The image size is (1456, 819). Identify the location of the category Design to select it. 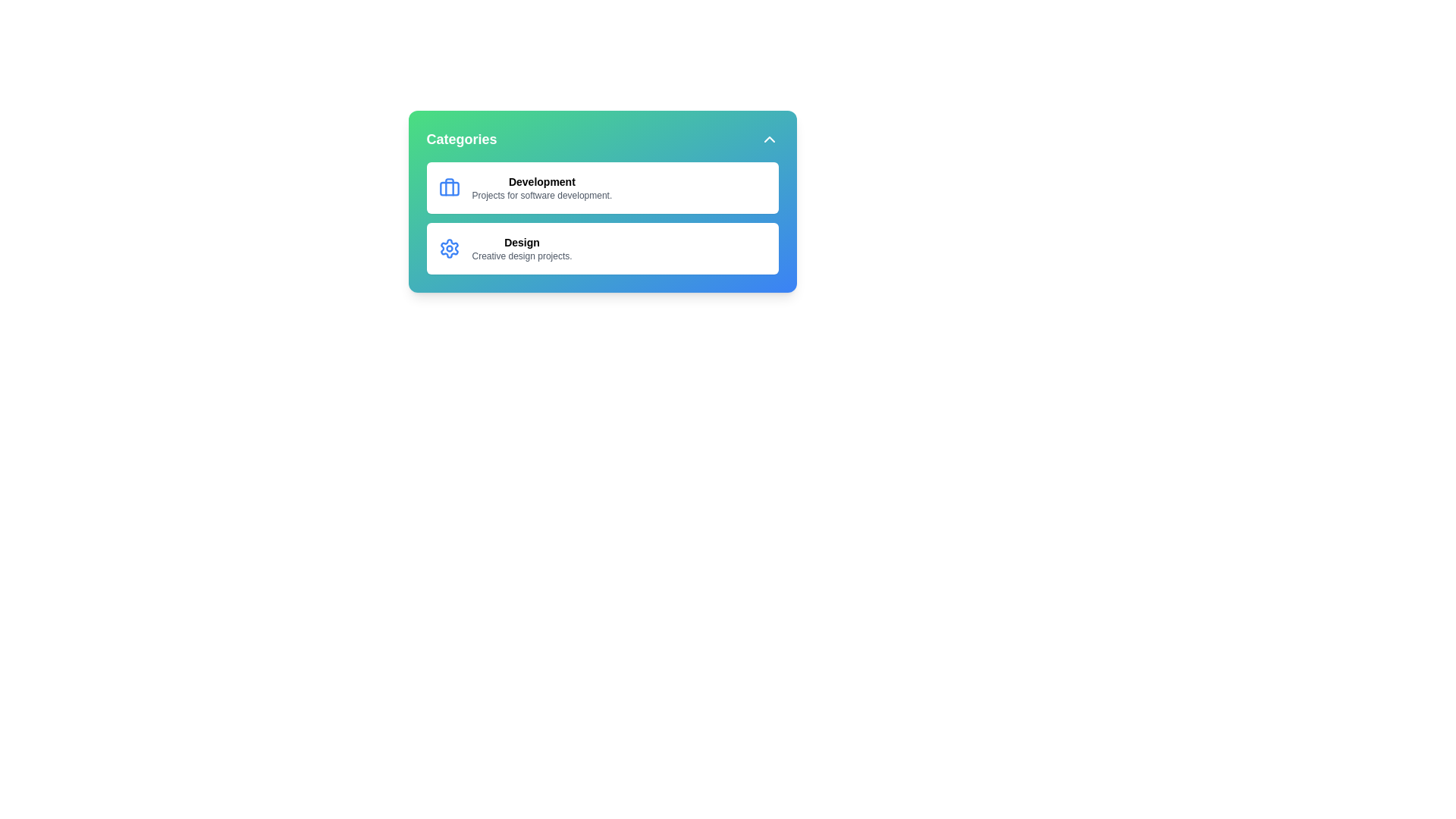
(601, 247).